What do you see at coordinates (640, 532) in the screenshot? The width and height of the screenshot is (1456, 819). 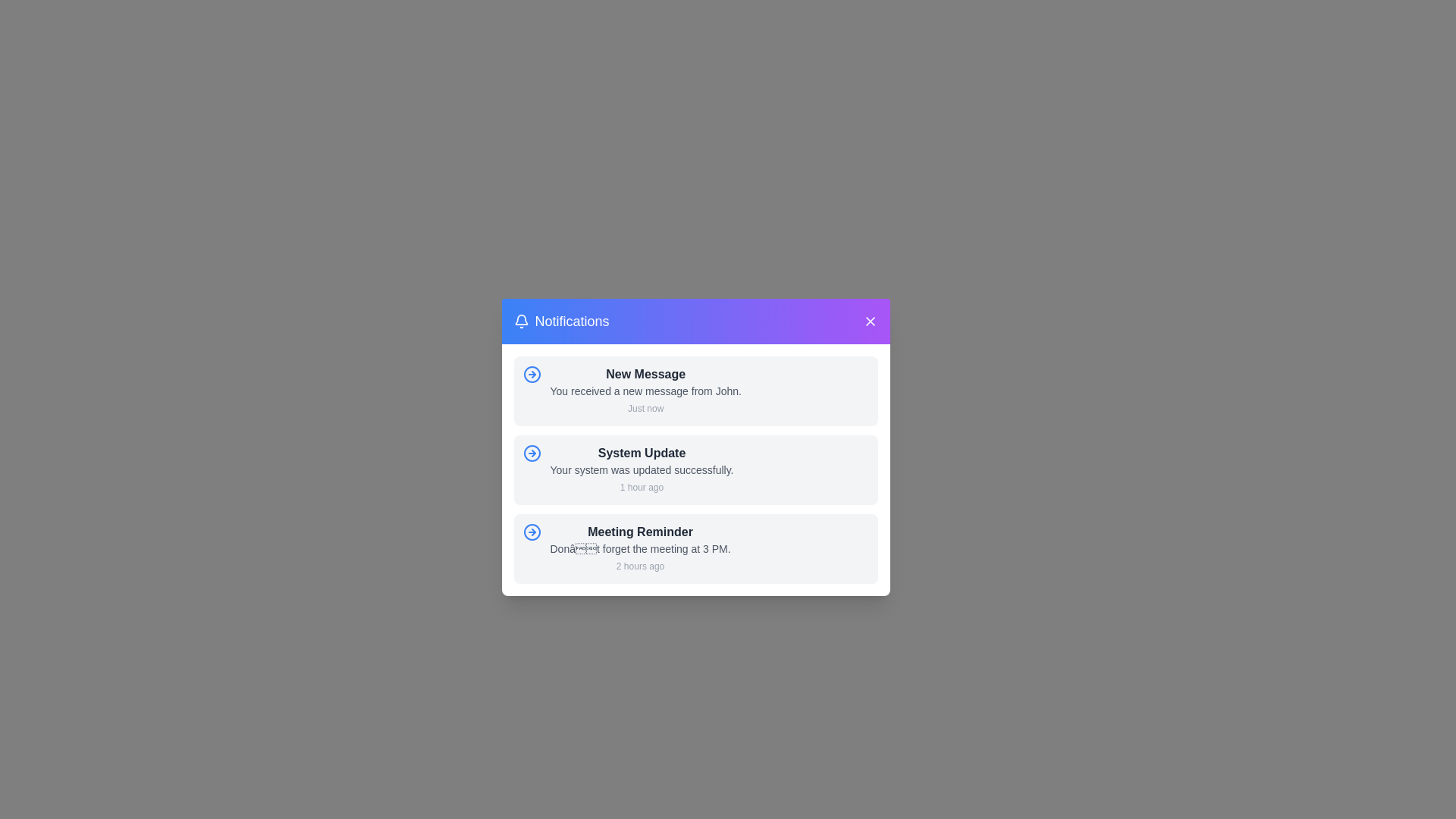 I see `the 'Meeting Reminder' text label, which is in bold dark gray font within the notifications panel` at bounding box center [640, 532].